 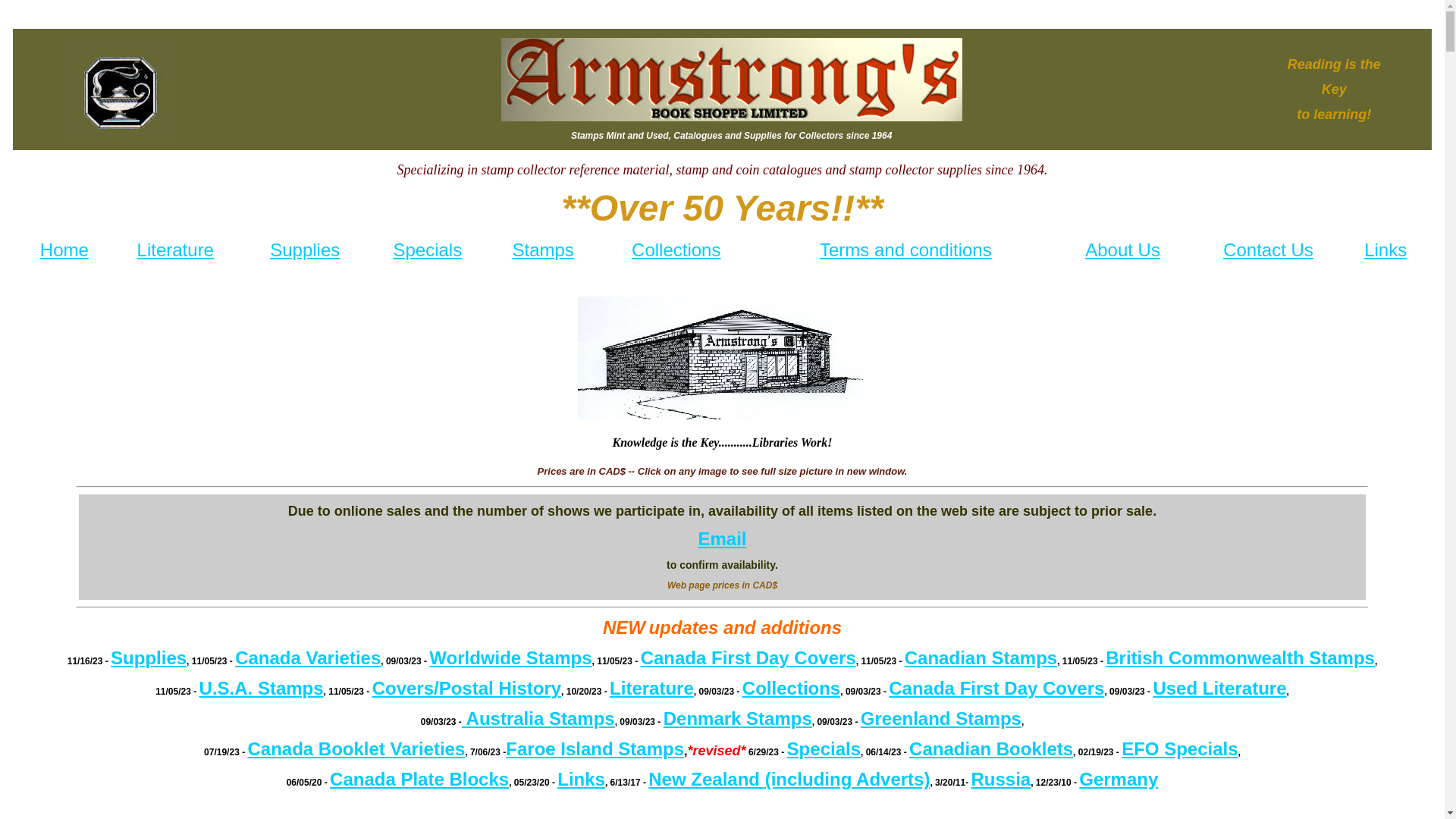 I want to click on 'Literature', so click(x=651, y=688).